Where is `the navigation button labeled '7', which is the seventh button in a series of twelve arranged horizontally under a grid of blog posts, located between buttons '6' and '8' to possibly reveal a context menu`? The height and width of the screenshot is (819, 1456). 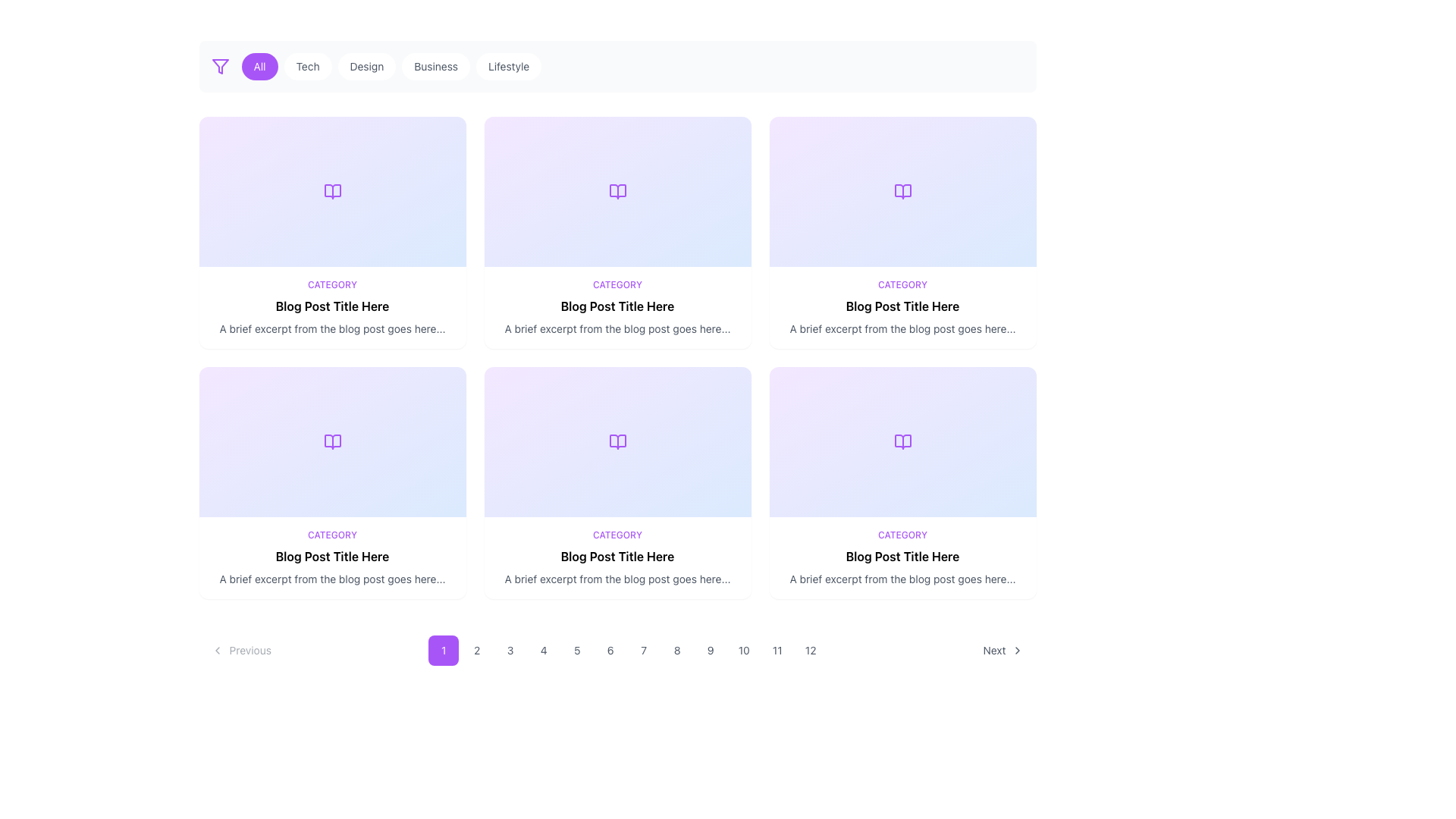
the navigation button labeled '7', which is the seventh button in a series of twelve arranged horizontally under a grid of blog posts, located between buttons '6' and '8' to possibly reveal a context menu is located at coordinates (644, 649).